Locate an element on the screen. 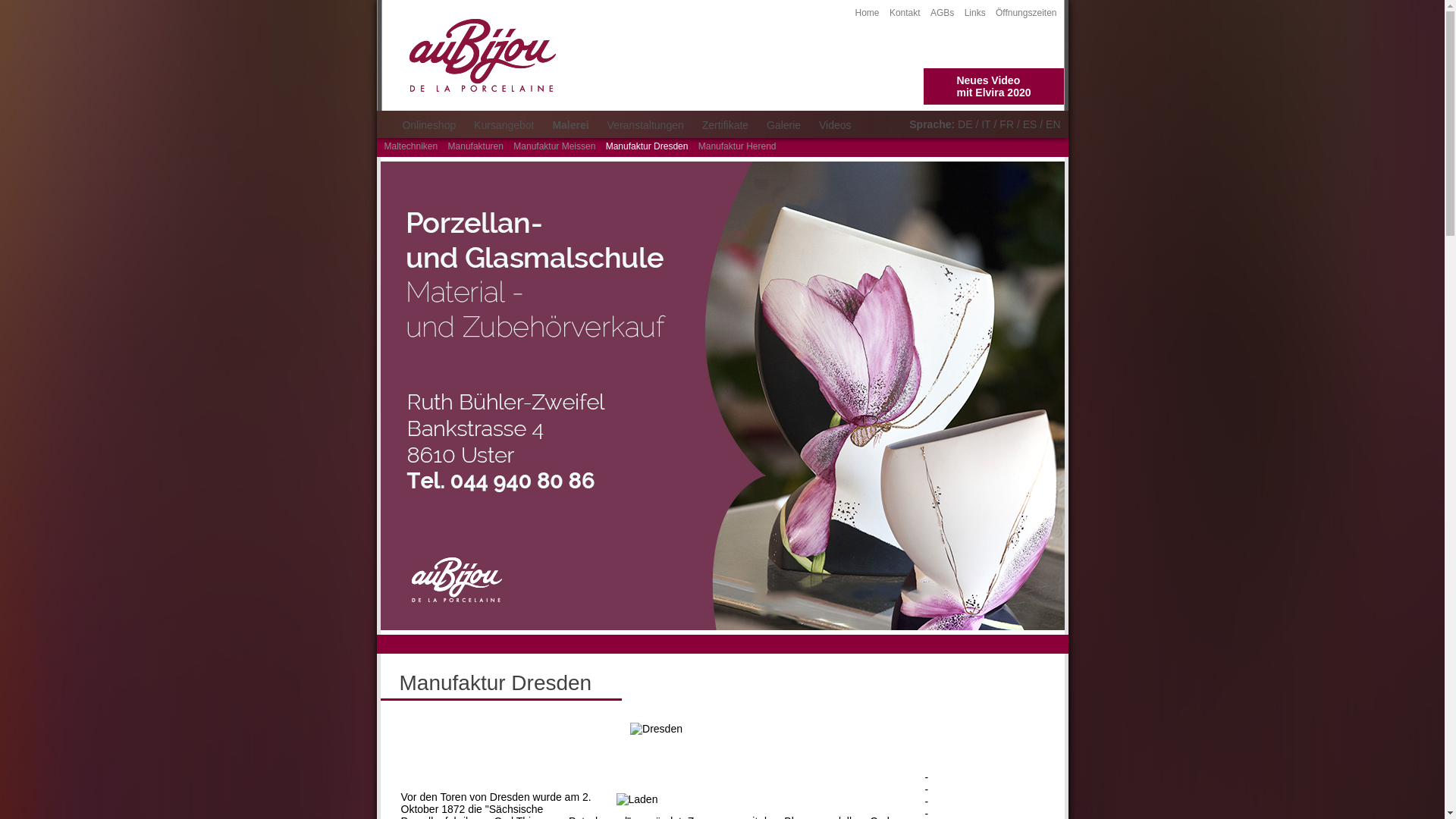 The width and height of the screenshot is (1456, 819). 'AGBs' is located at coordinates (930, 12).